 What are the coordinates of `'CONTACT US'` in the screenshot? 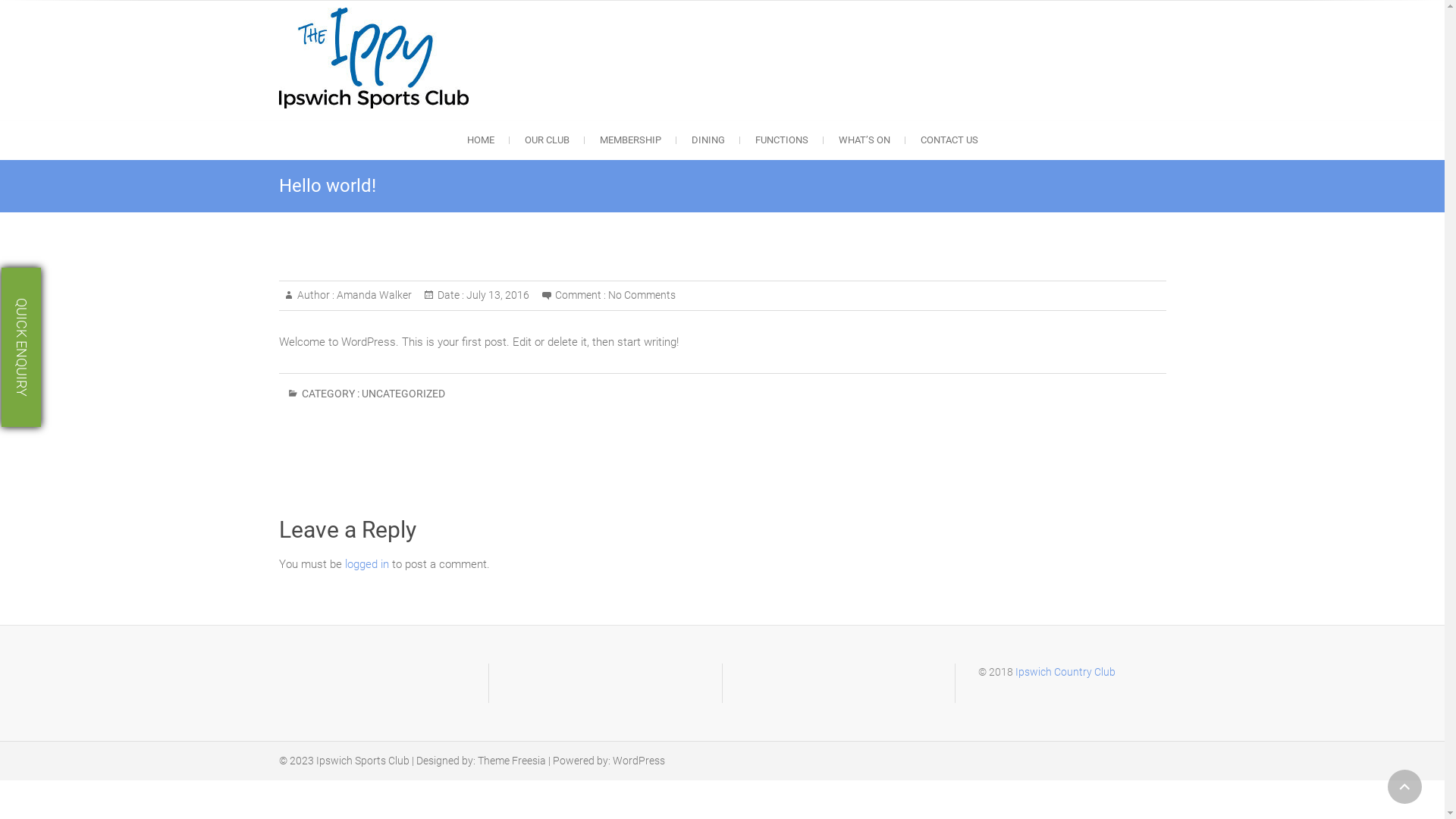 It's located at (949, 140).